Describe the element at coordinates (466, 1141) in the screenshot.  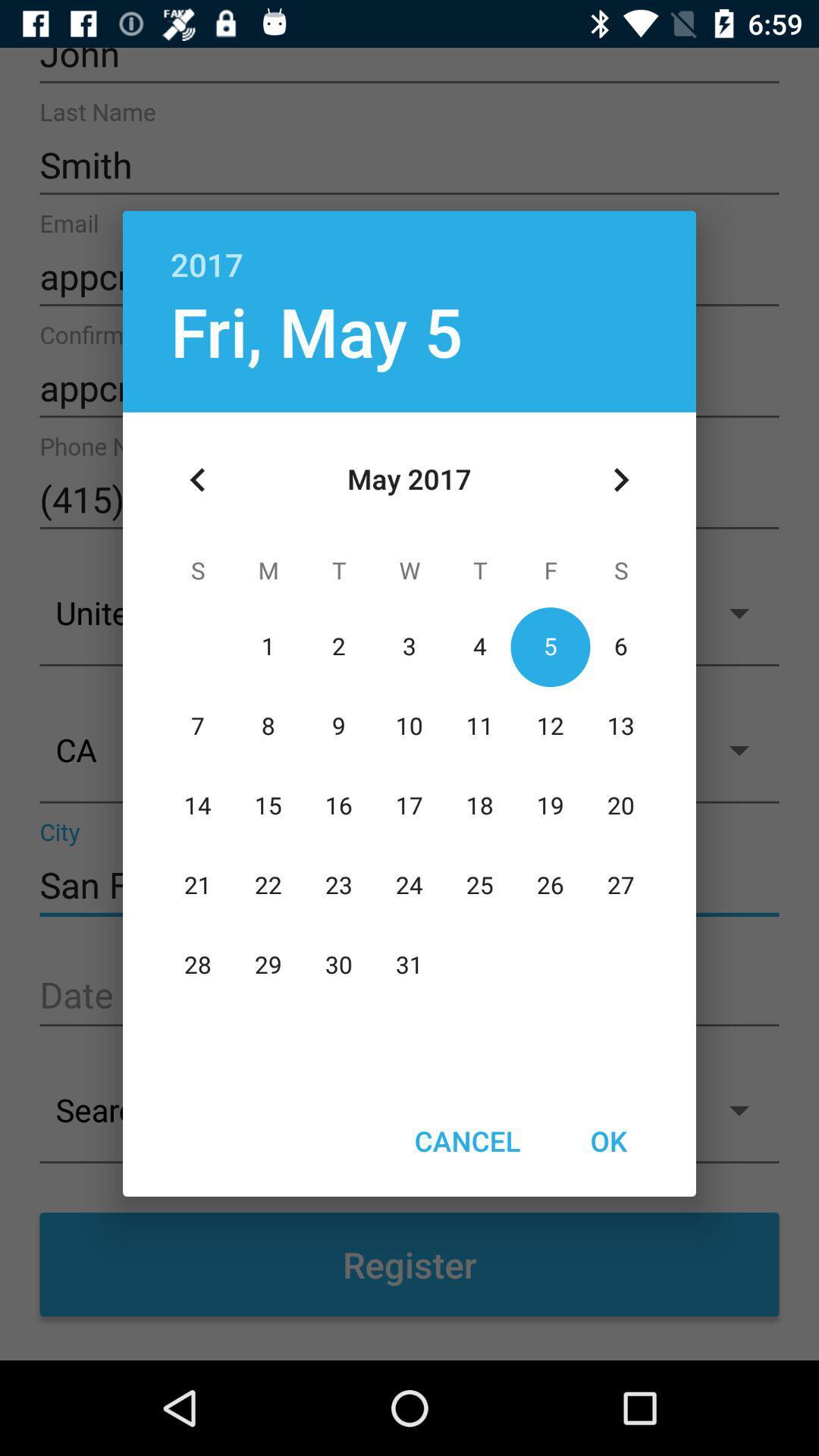
I see `cancel icon` at that location.